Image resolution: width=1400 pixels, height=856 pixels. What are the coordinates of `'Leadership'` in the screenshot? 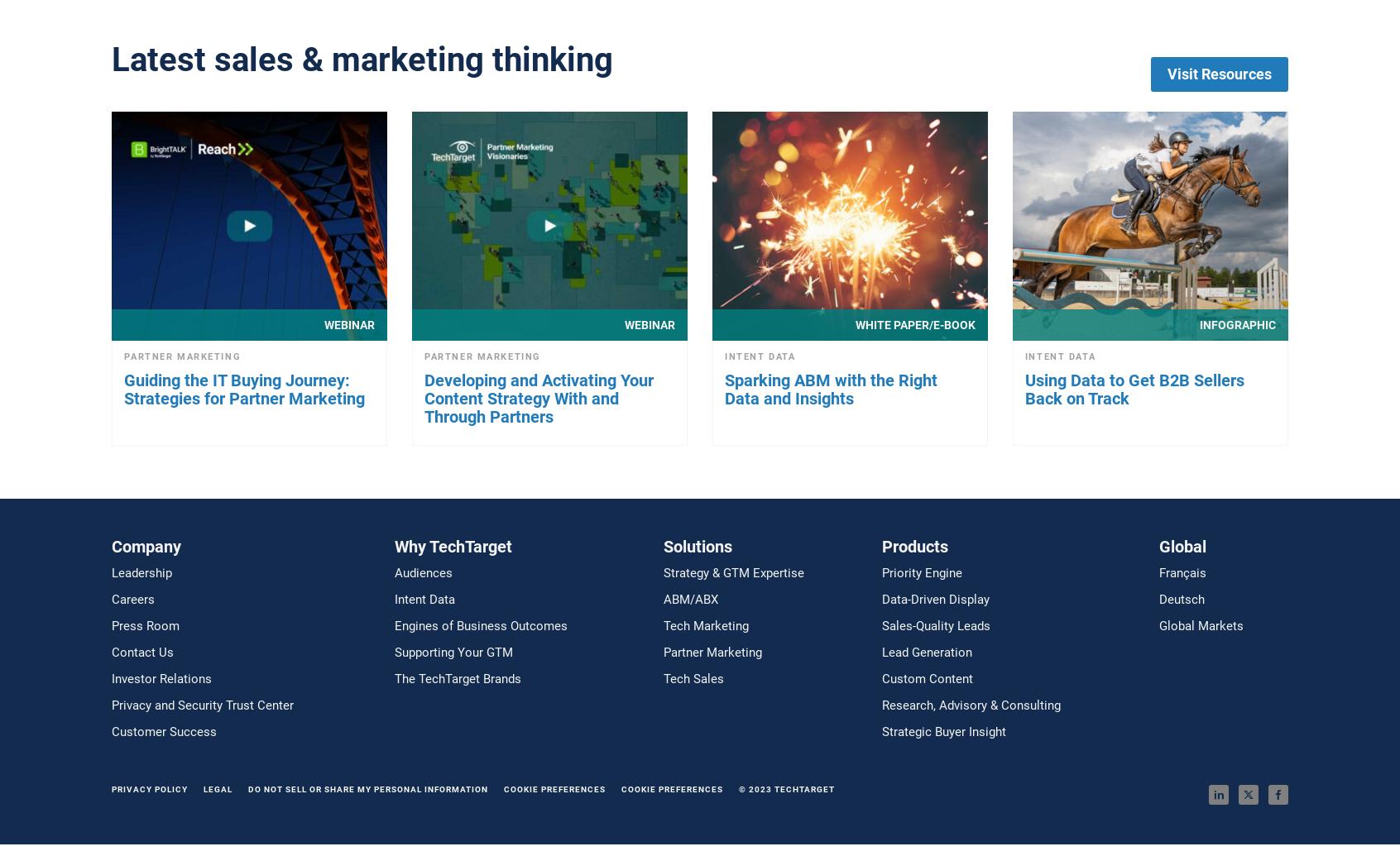 It's located at (141, 571).